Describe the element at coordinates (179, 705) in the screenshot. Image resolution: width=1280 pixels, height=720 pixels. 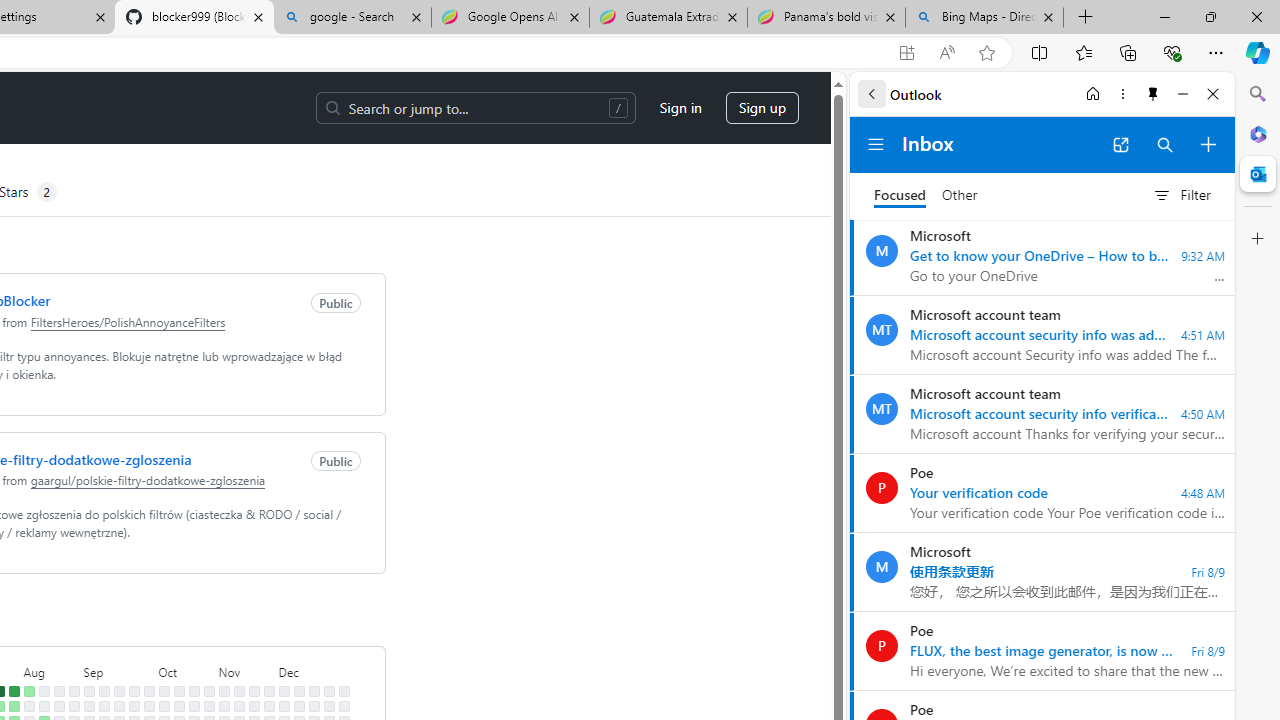
I see `'No contributions on October 14th.'` at that location.